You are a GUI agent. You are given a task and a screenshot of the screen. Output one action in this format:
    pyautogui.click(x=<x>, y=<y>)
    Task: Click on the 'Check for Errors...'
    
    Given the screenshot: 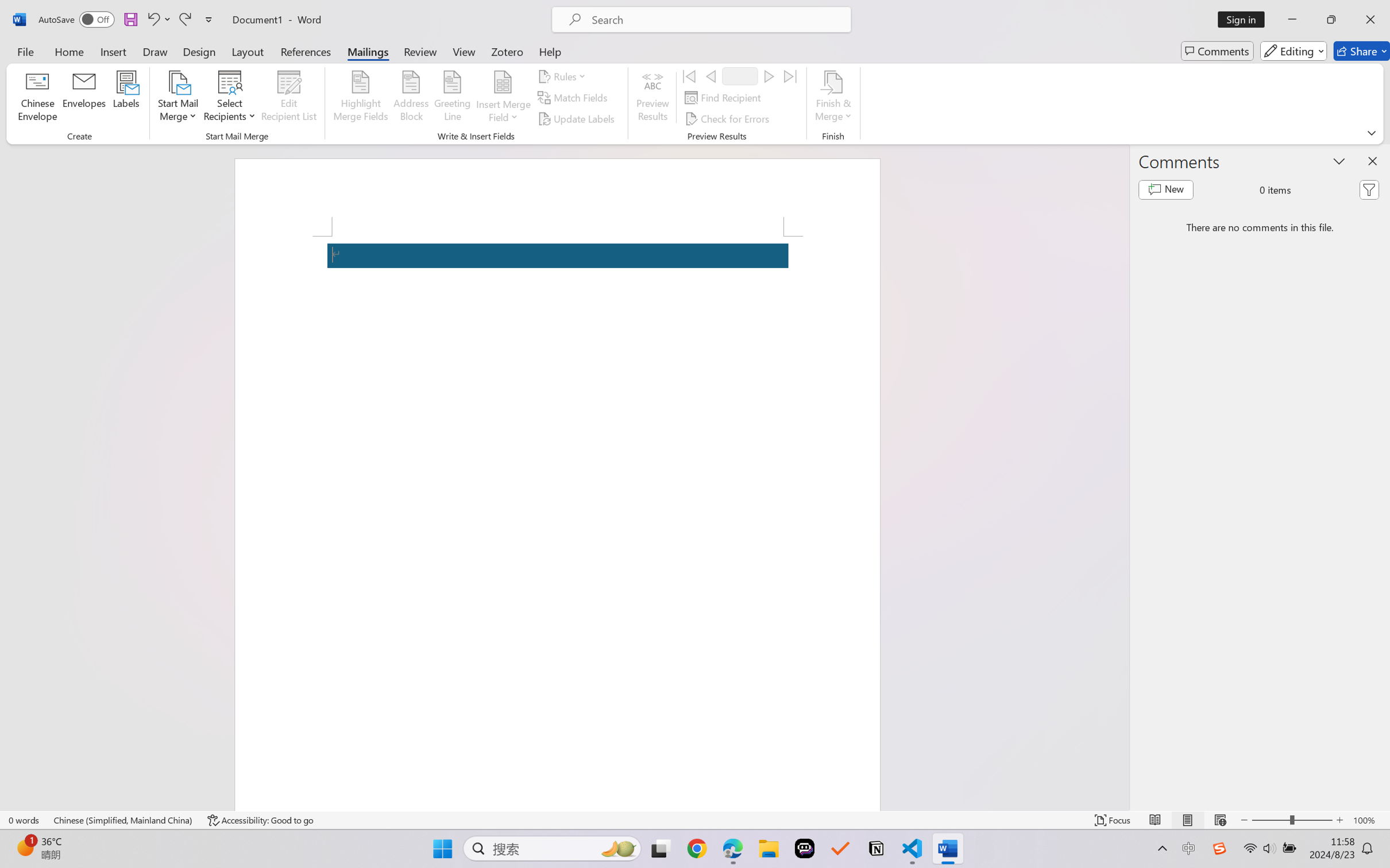 What is the action you would take?
    pyautogui.click(x=729, y=119)
    